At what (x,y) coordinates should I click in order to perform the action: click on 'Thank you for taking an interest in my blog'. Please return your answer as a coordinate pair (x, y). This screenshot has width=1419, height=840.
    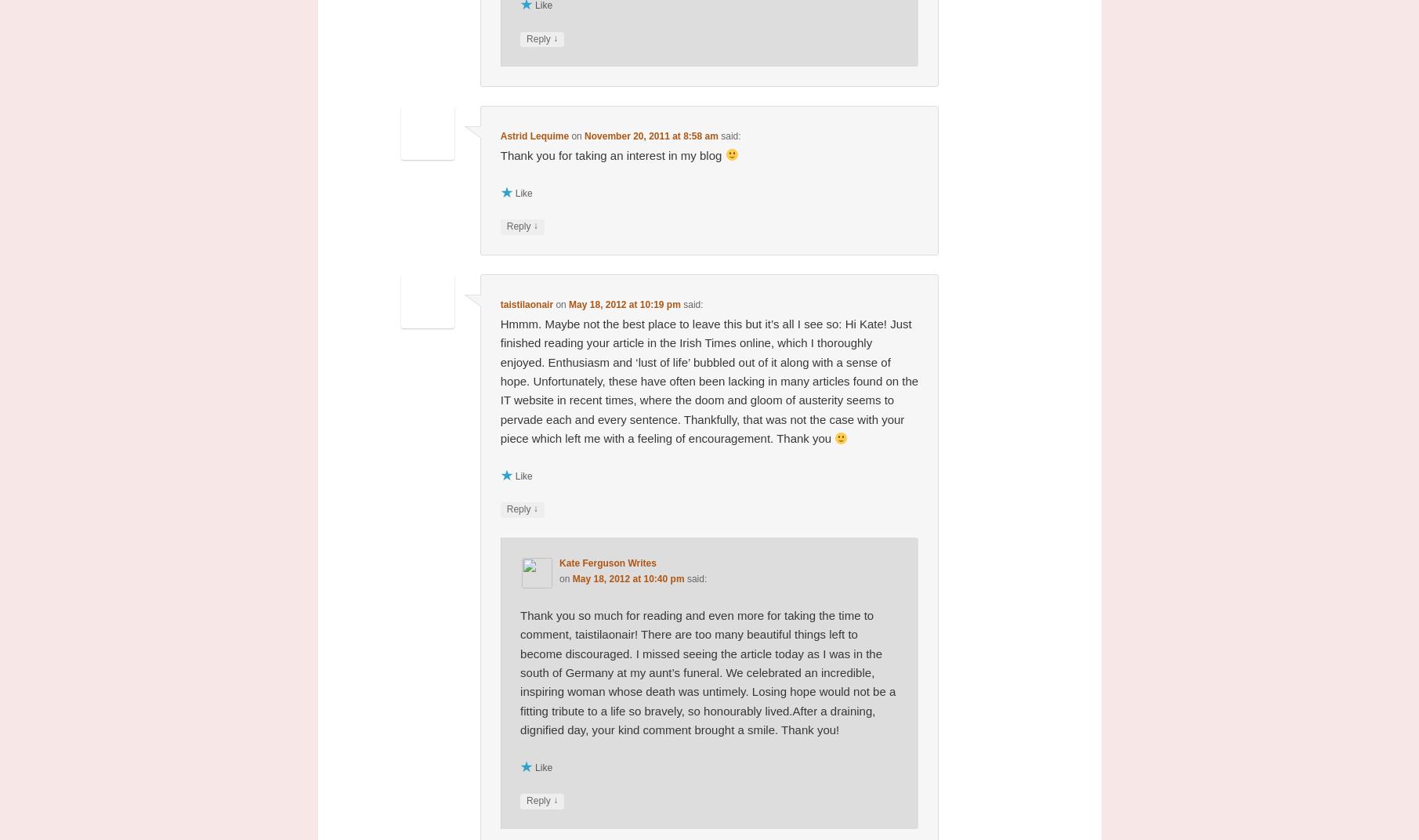
    Looking at the image, I should click on (500, 154).